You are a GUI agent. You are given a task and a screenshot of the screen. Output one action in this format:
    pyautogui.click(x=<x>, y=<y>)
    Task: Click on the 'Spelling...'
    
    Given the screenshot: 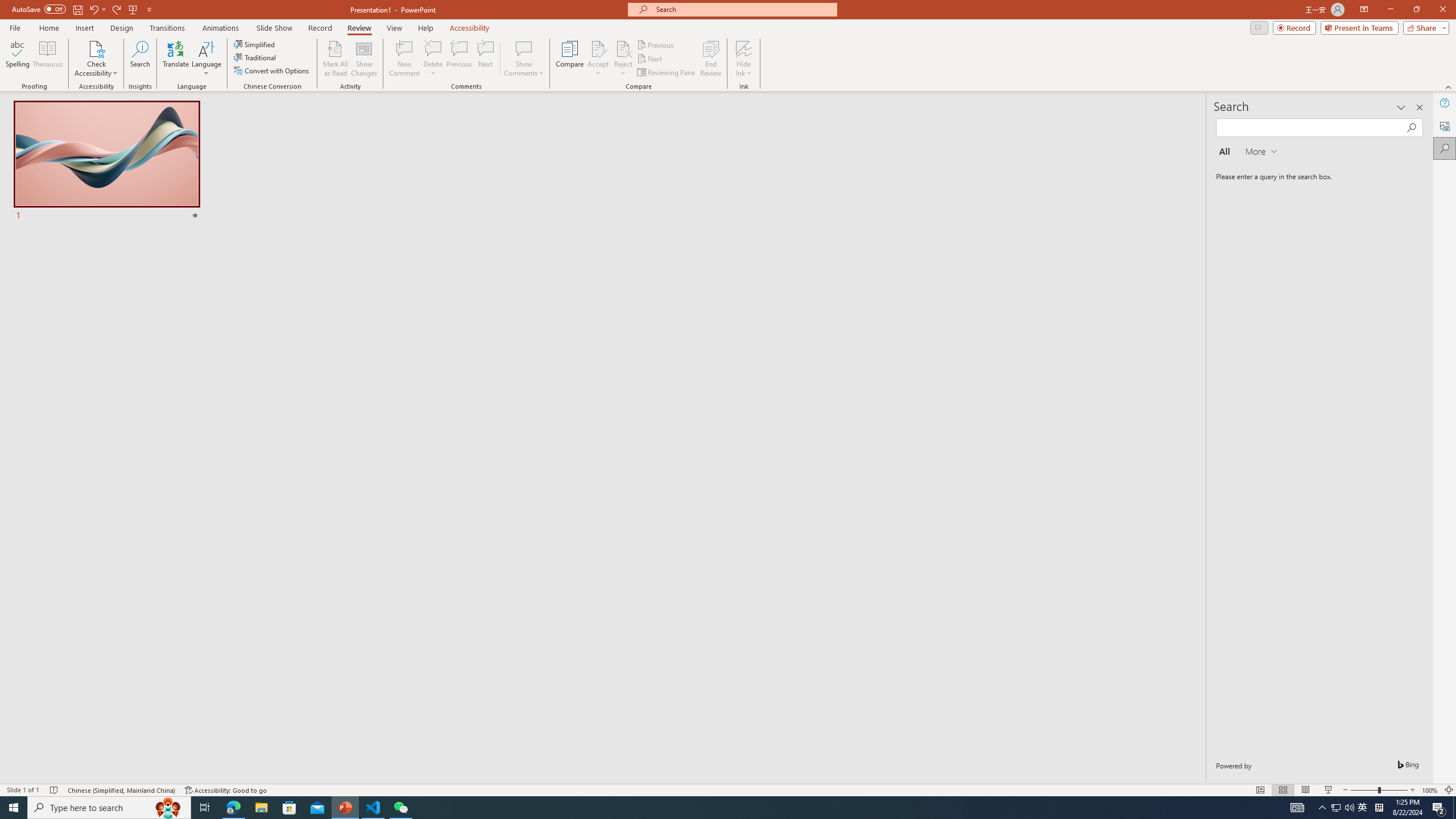 What is the action you would take?
    pyautogui.click(x=16, y=59)
    